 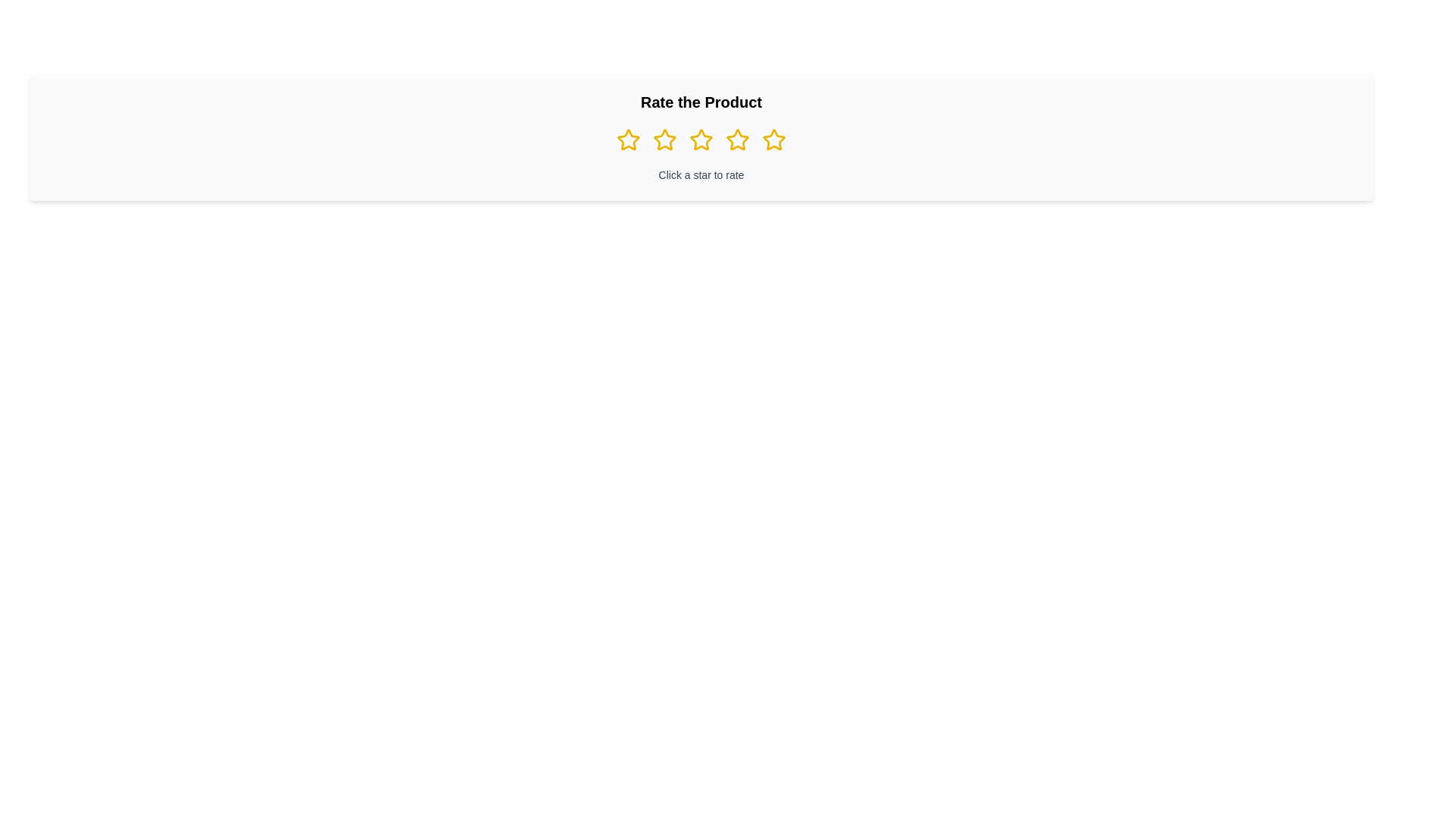 I want to click on the third star icon button, which is a hollow star with a yellow outline, so click(x=738, y=140).